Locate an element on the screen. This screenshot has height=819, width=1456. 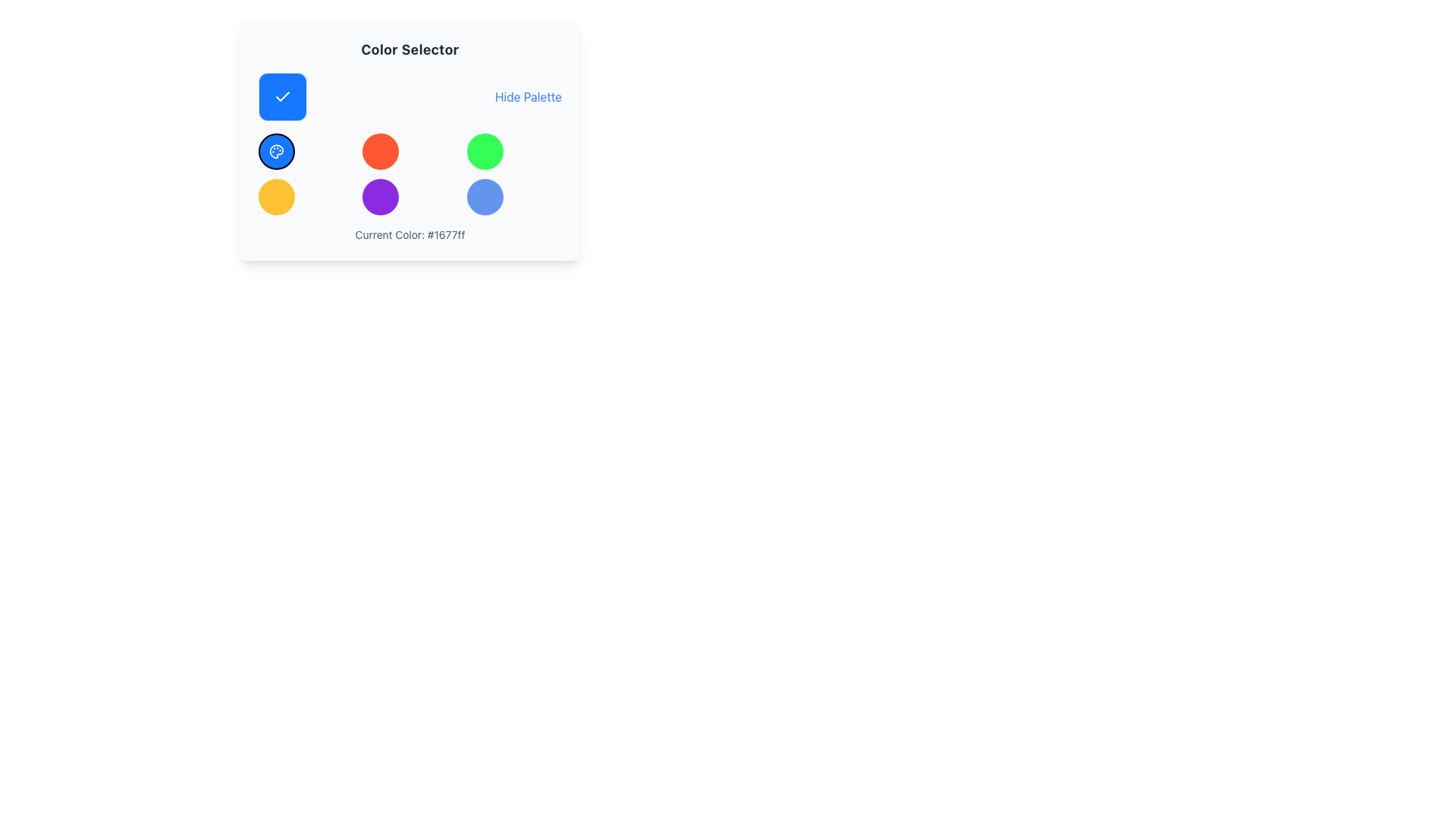
the color selection button located in the bottom-right corner of the 3x3 grid of the color palette is located at coordinates (484, 196).